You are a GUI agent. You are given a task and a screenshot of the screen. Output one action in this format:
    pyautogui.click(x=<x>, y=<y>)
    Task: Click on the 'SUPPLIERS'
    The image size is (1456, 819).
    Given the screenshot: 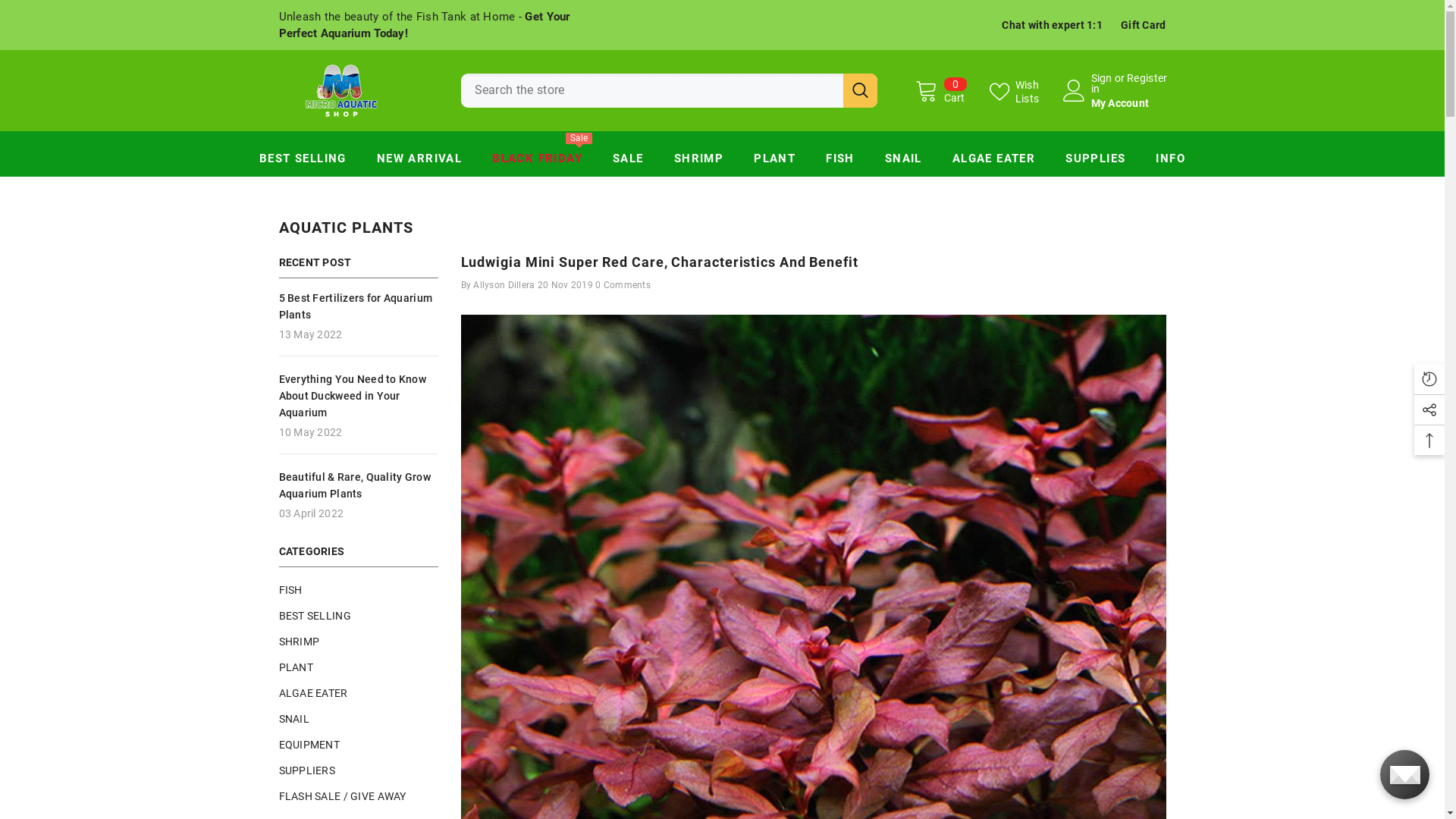 What is the action you would take?
    pyautogui.click(x=279, y=769)
    